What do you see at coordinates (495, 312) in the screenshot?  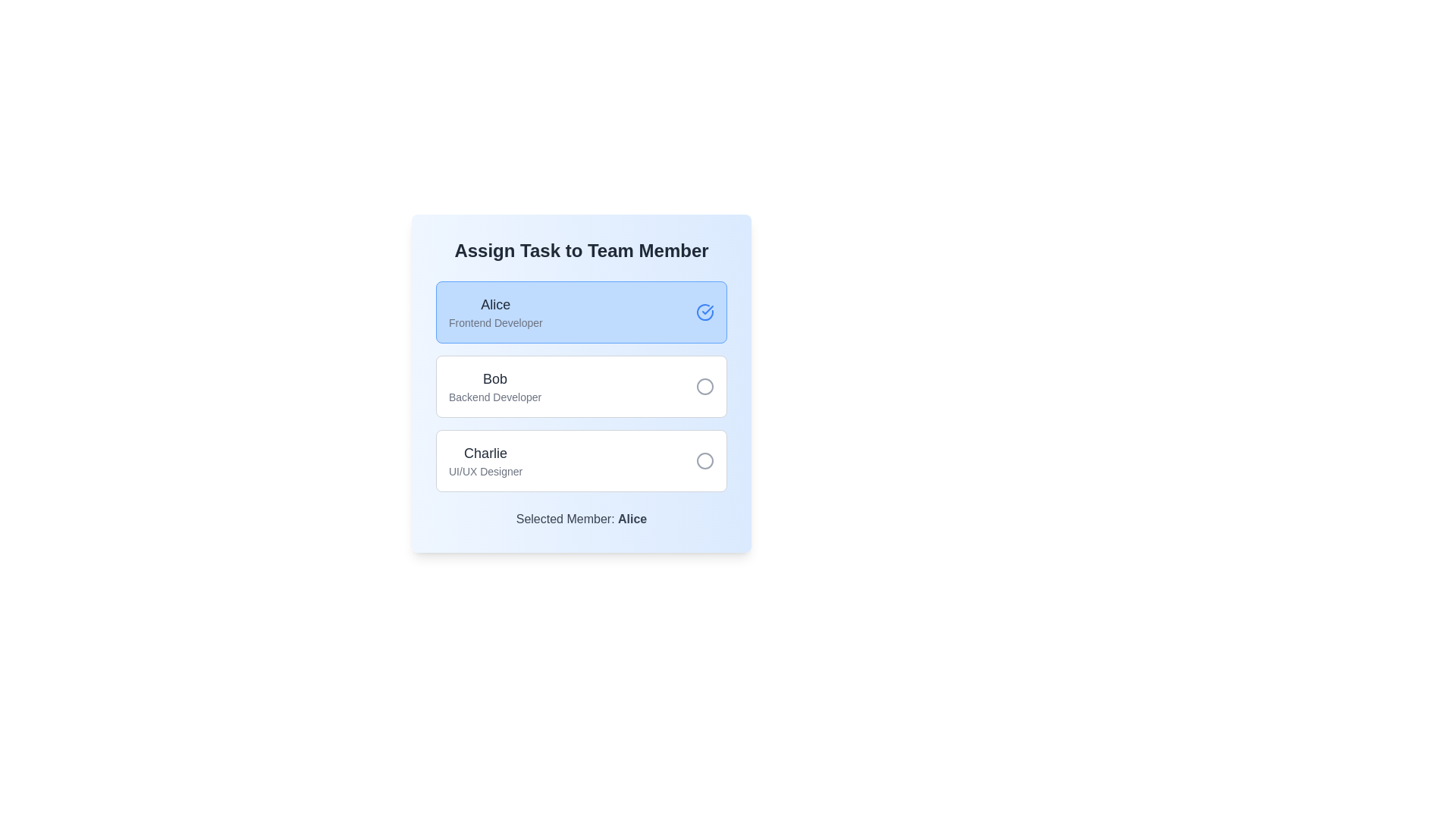 I see `the first entry in the team member list, which is displayed within a light blue rounded rectangular button under the 'Assign Task to Team Member' heading` at bounding box center [495, 312].